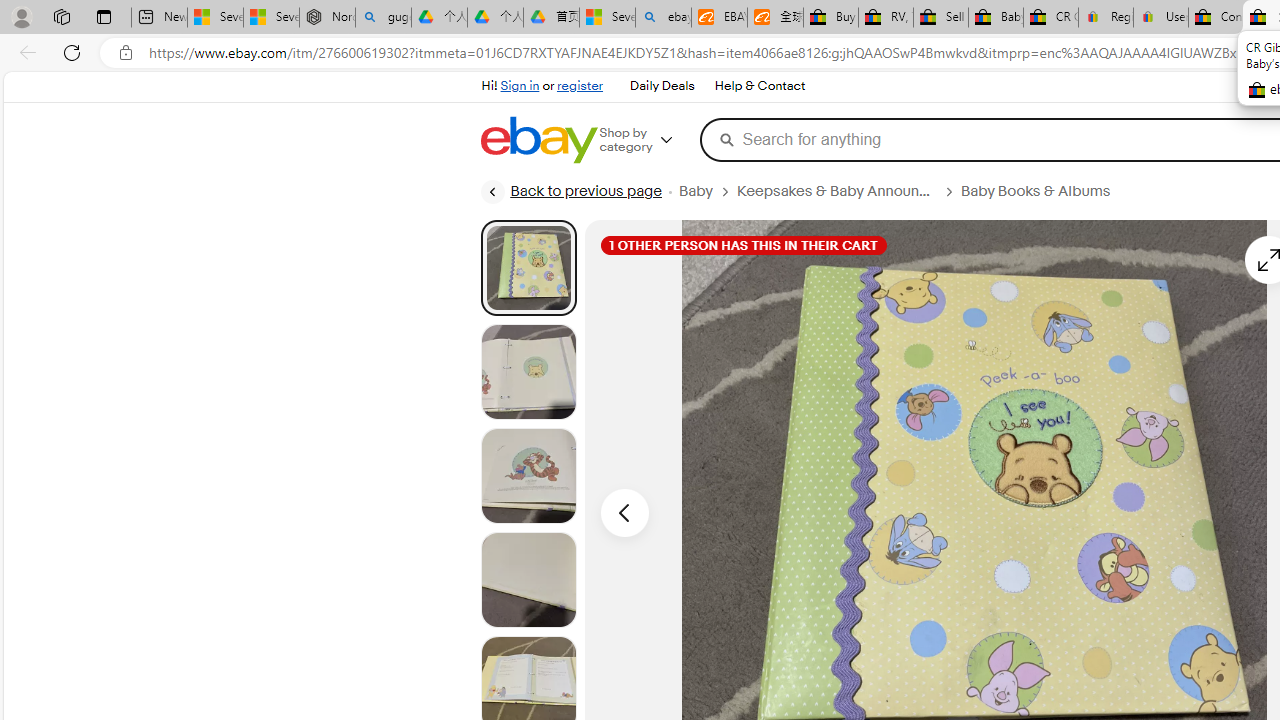 This screenshot has width=1280, height=720. I want to click on 'Help & Contact', so click(758, 85).